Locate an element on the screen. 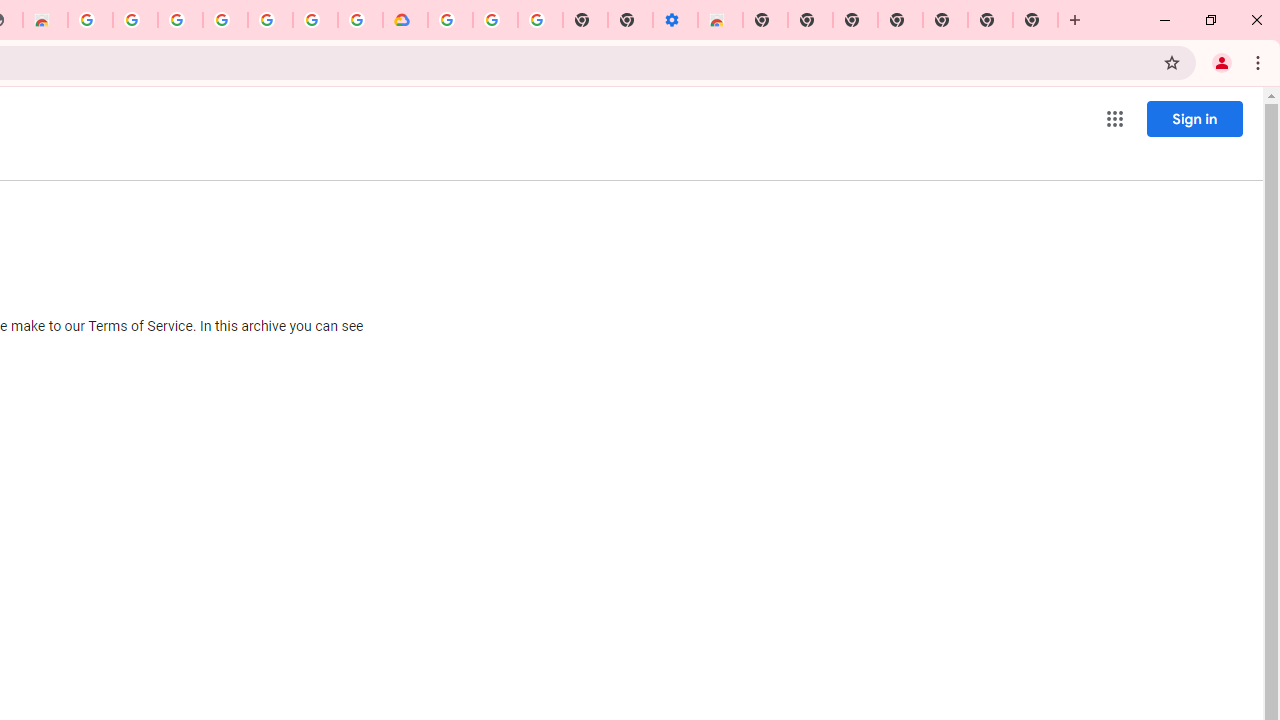 Image resolution: width=1280 pixels, height=720 pixels. 'Chrome Web Store - Accessibility extensions' is located at coordinates (720, 20).